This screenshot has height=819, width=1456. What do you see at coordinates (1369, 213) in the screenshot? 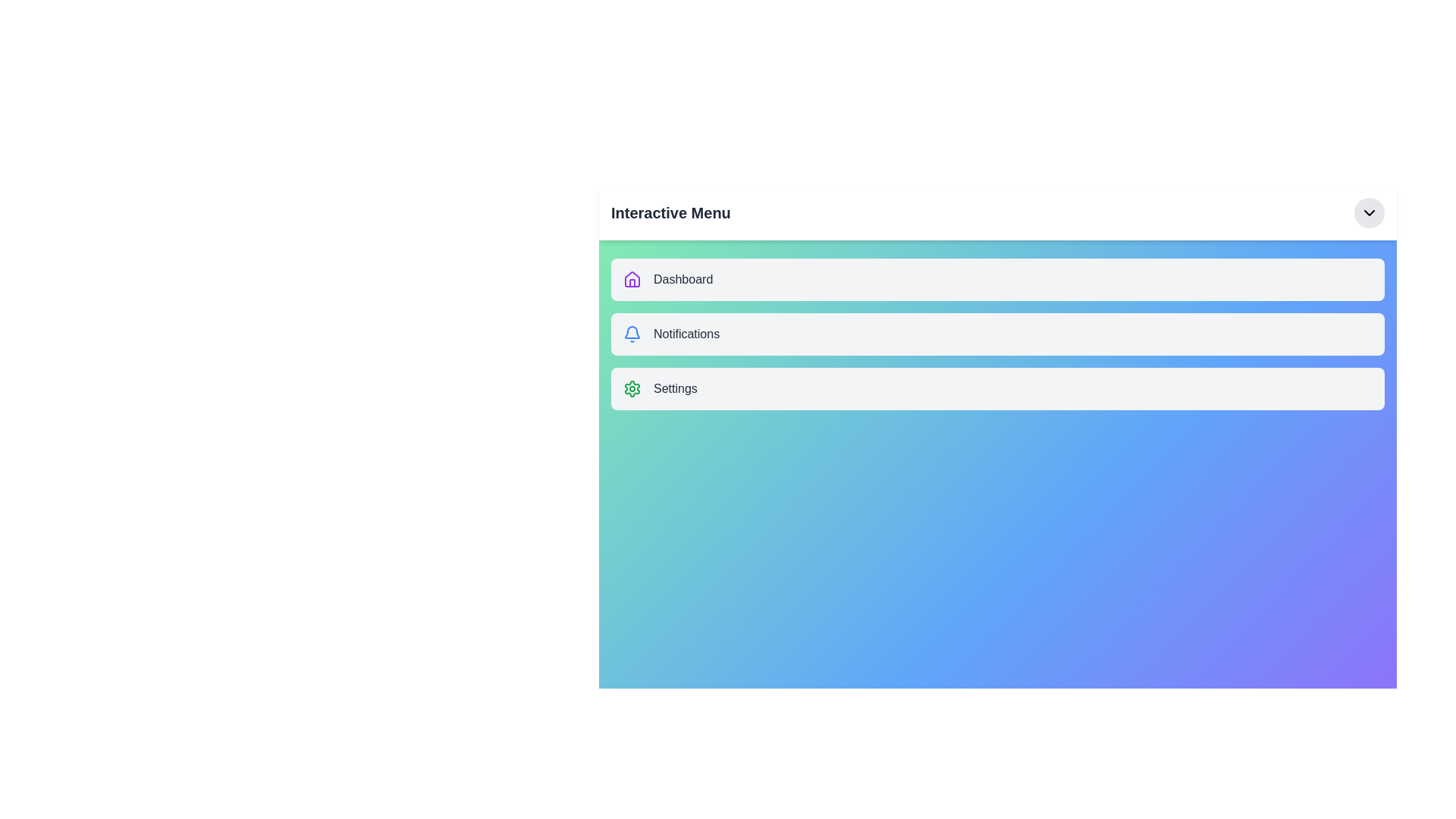
I see `down arrow button to toggle the menu state` at bounding box center [1369, 213].